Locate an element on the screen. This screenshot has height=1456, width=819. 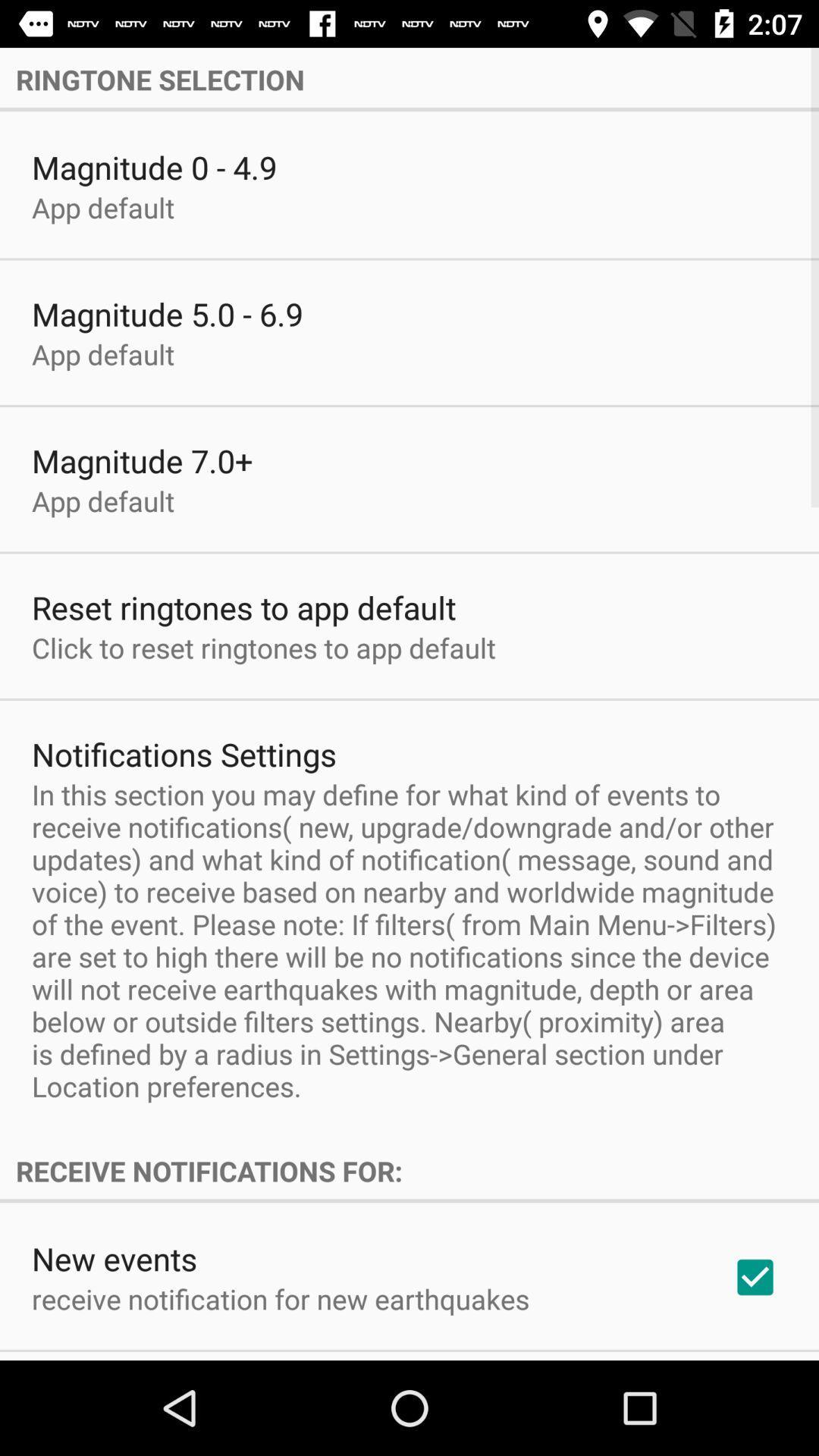
icon above the magnitude 0 4 icon is located at coordinates (409, 79).